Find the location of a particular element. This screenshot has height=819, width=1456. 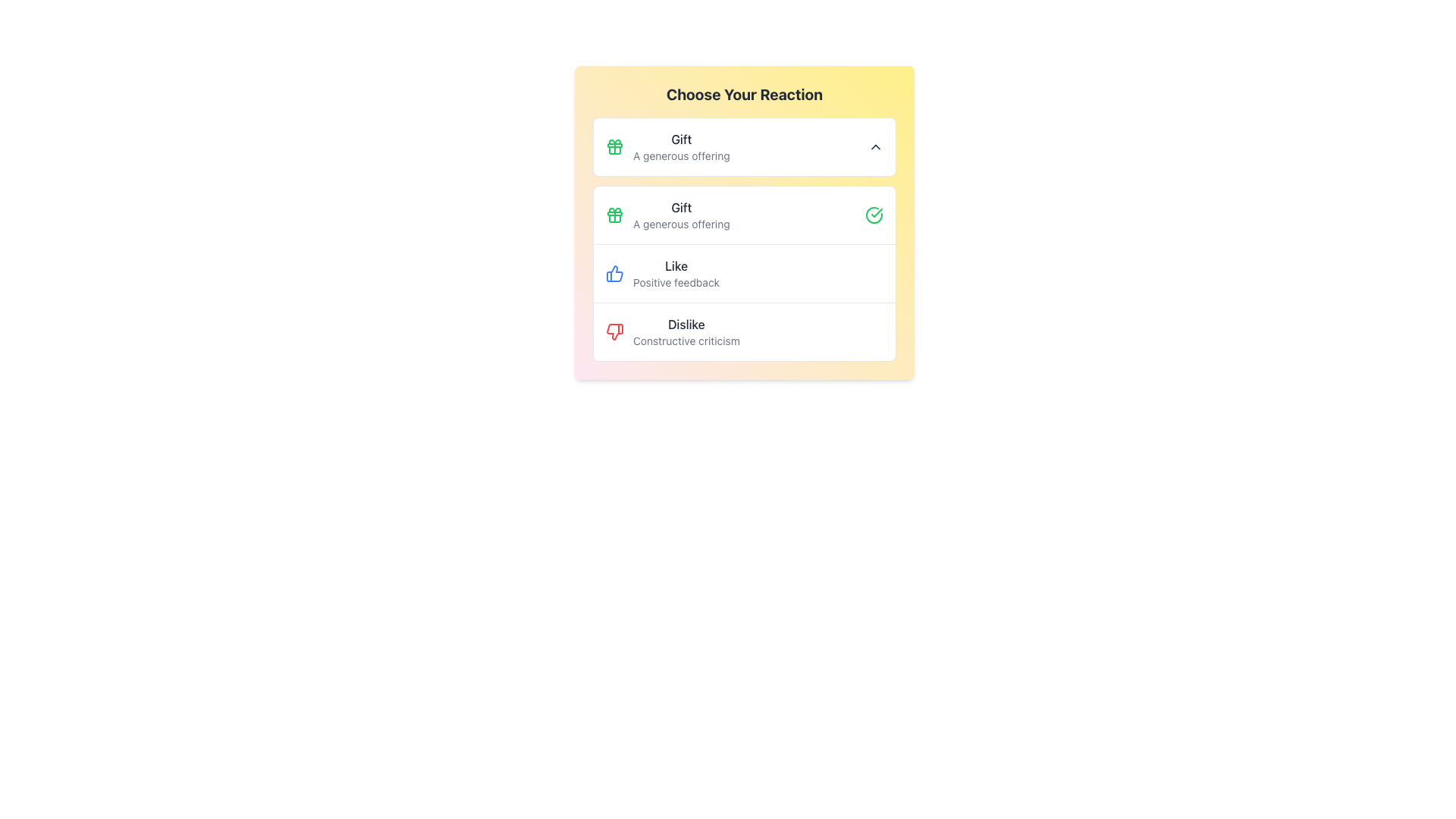

to select the 'Dislike' reaction, which is the third option in the vertically stacked list of reaction choices, located beneath the 'Like Positive feedback' option is located at coordinates (745, 331).